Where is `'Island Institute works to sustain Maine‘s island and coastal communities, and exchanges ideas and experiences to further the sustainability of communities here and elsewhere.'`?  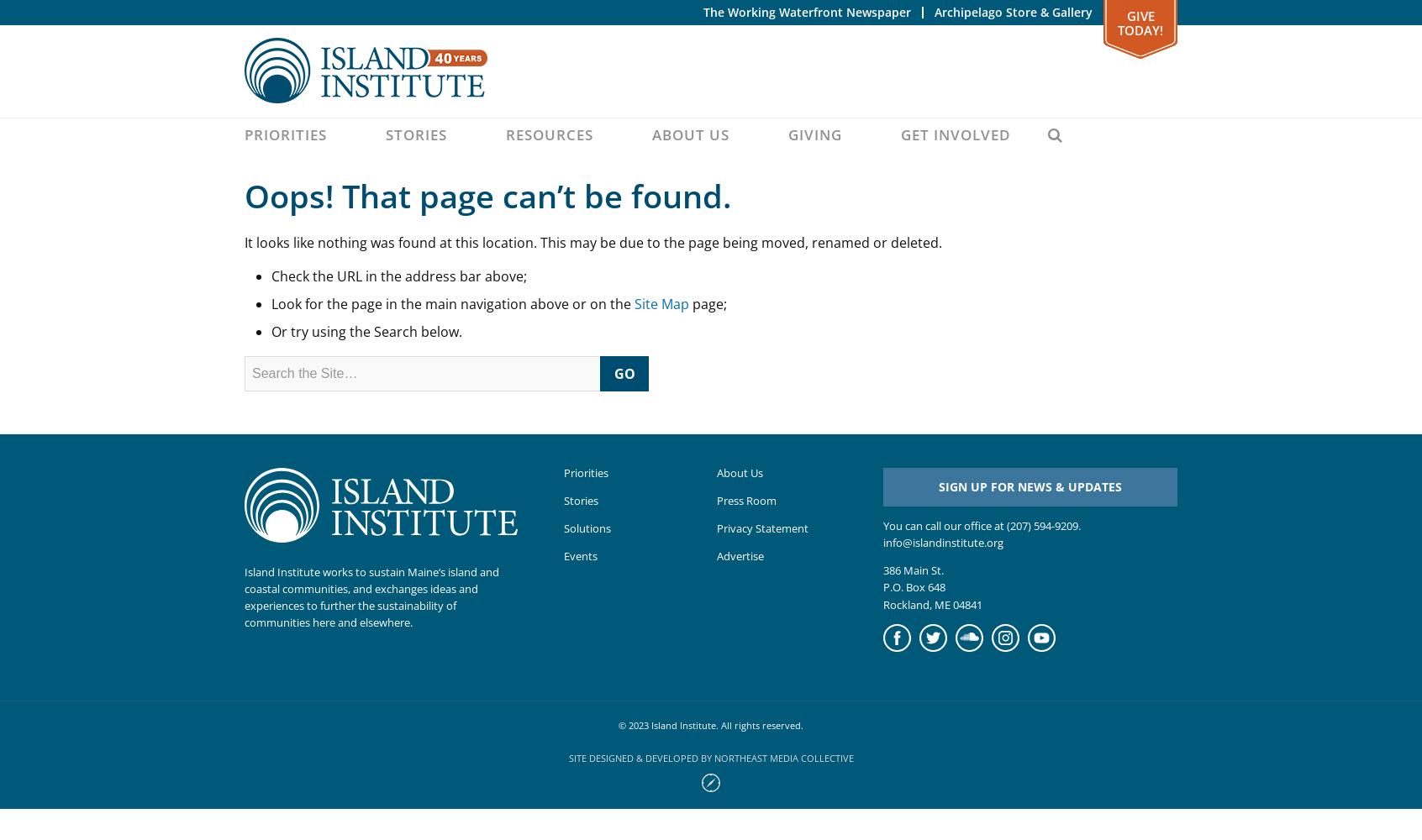
'Island Institute works to sustain Maine‘s island and coastal communities, and exchanges ideas and experiences to further the sustainability of communities here and elsewhere.' is located at coordinates (371, 596).